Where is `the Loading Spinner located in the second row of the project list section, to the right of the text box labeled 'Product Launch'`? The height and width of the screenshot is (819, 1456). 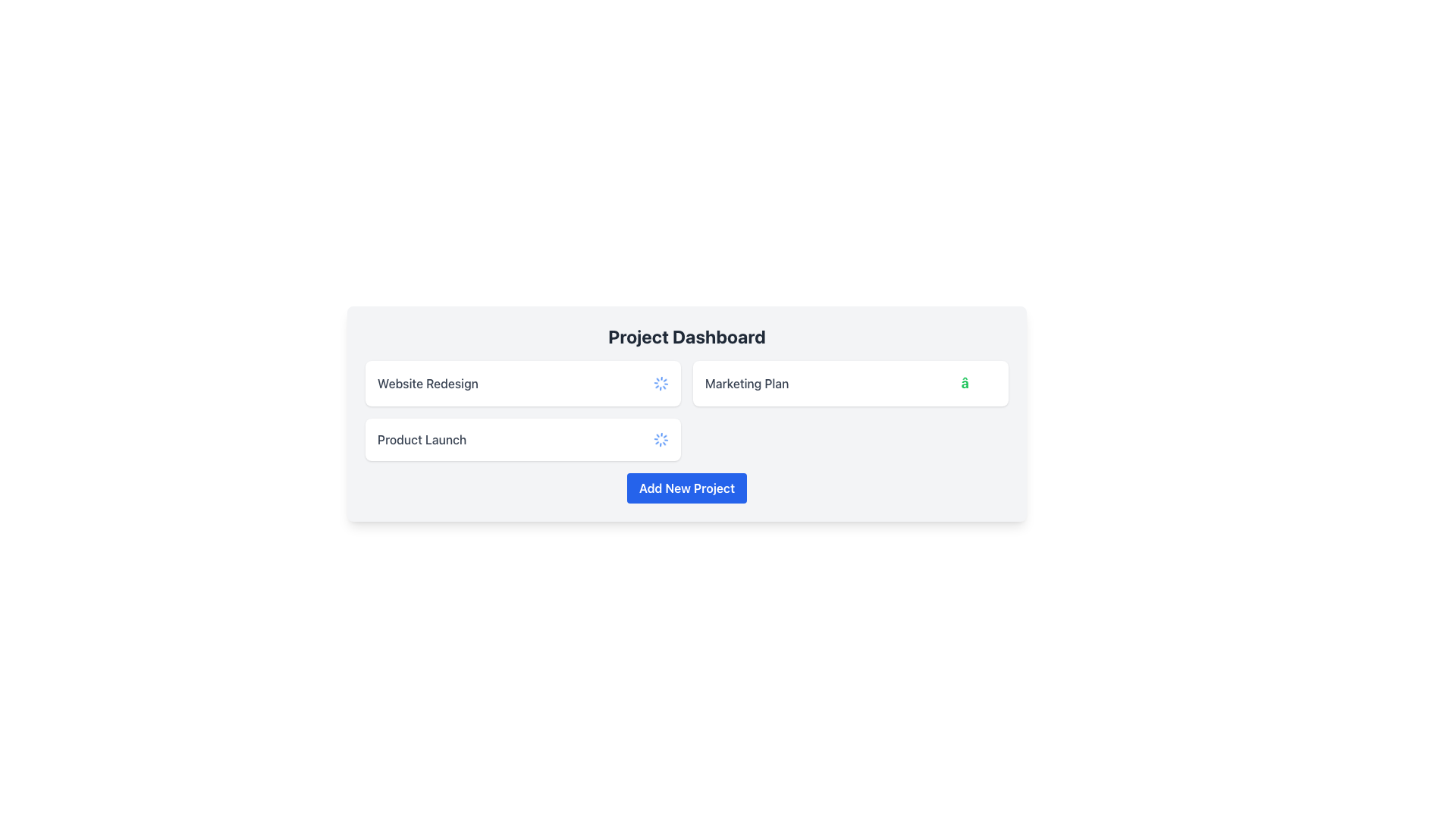 the Loading Spinner located in the second row of the project list section, to the right of the text box labeled 'Product Launch' is located at coordinates (661, 439).